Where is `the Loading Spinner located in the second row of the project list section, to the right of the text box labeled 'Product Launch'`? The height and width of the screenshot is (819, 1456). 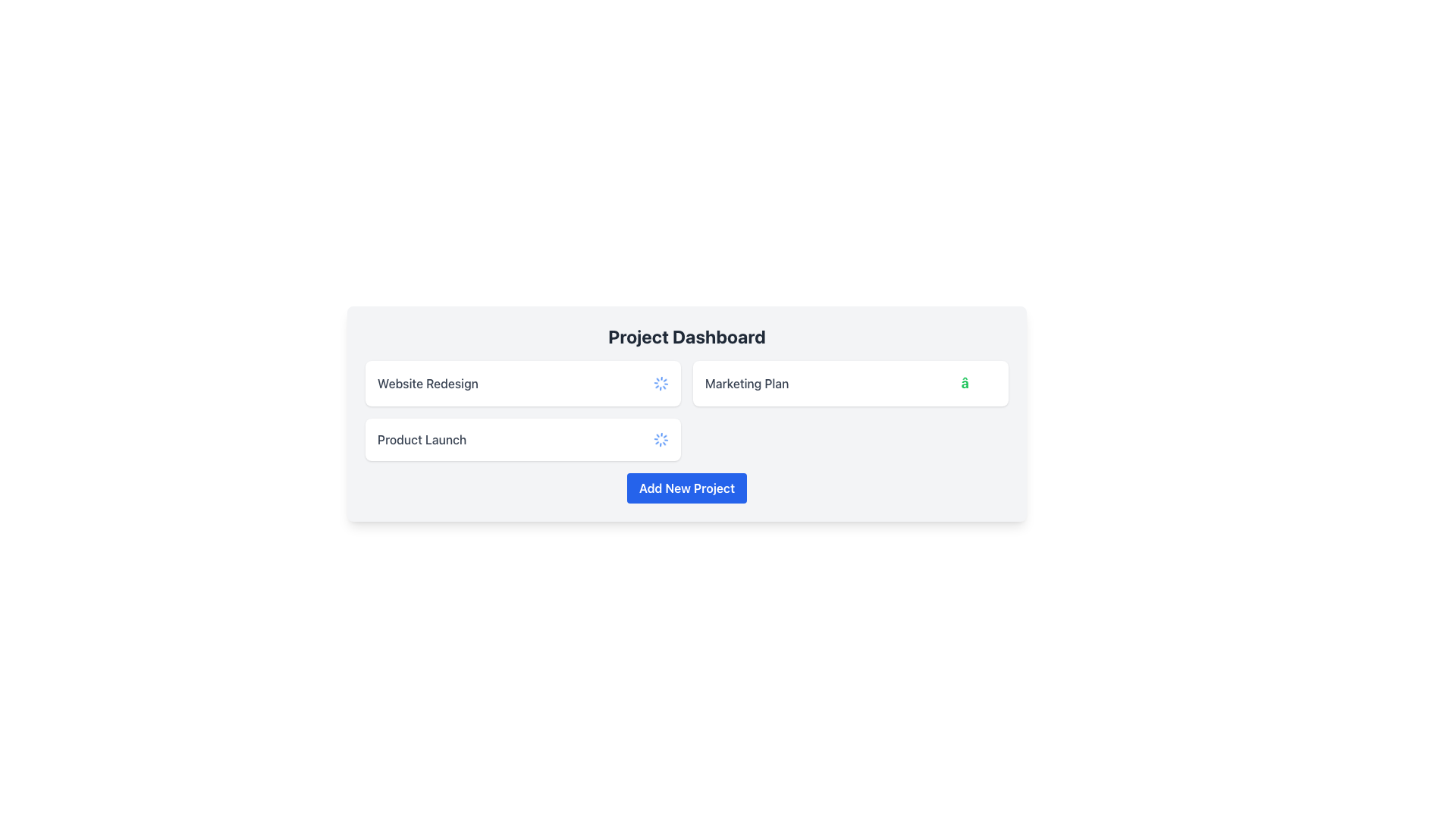 the Loading Spinner located in the second row of the project list section, to the right of the text box labeled 'Product Launch' is located at coordinates (661, 439).